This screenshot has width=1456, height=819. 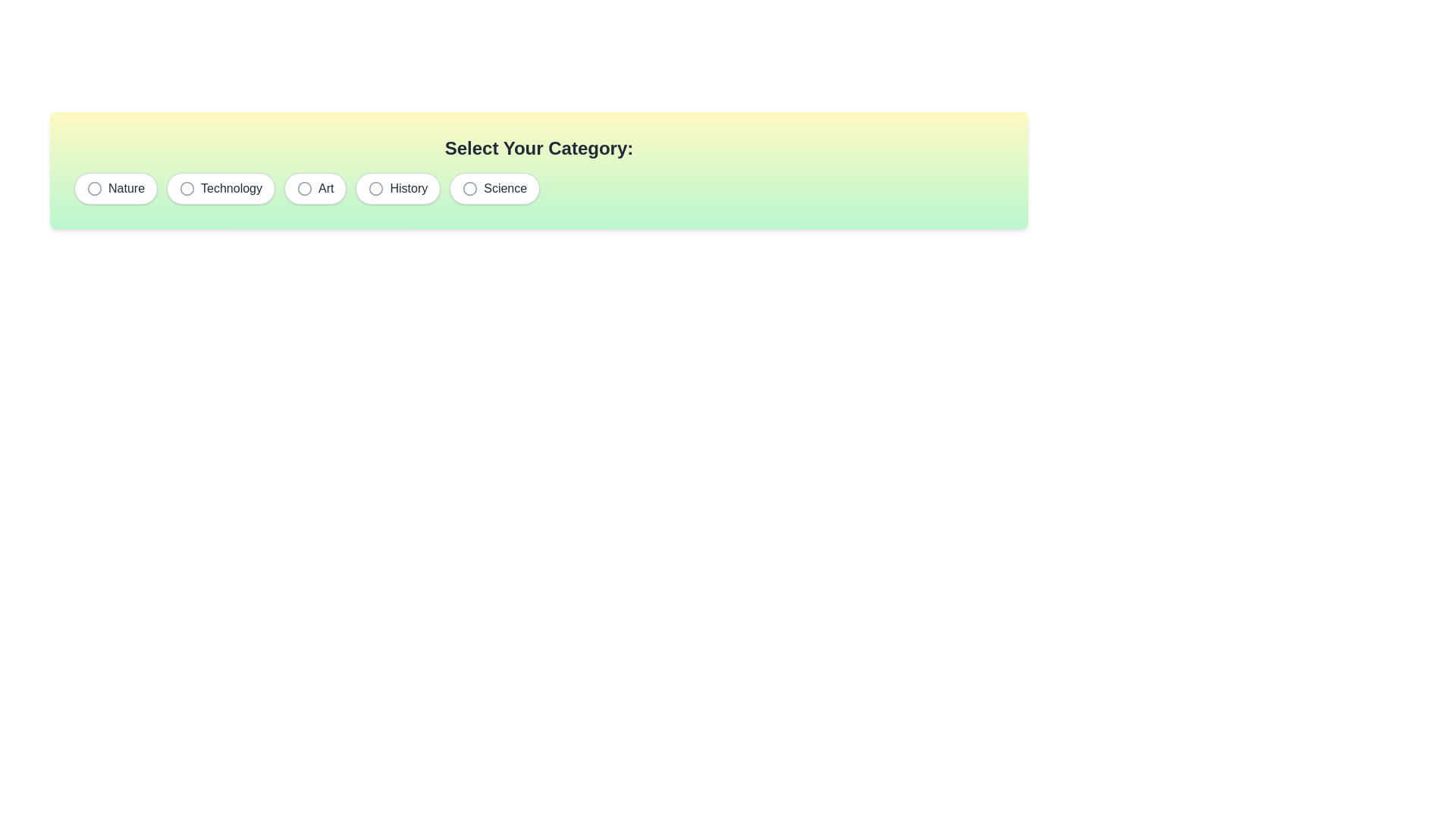 I want to click on the chip corresponding to the category Science, so click(x=494, y=188).